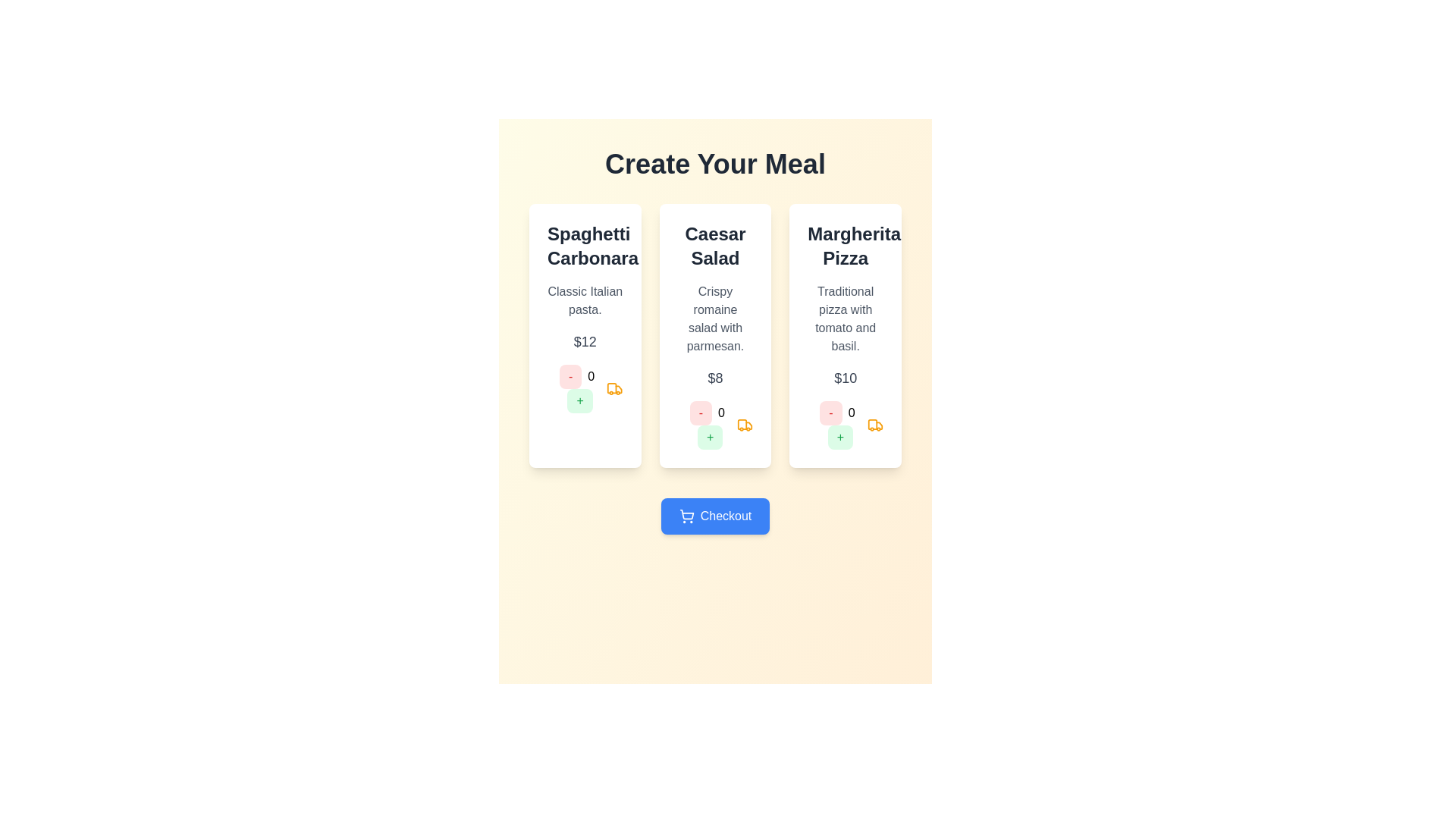 The height and width of the screenshot is (819, 1456). I want to click on the checkout button located below the food items 'Spaghetti Carbonara', 'Caesar Salad', and 'Margherita Pizza' to observe its hover effects, so click(714, 516).